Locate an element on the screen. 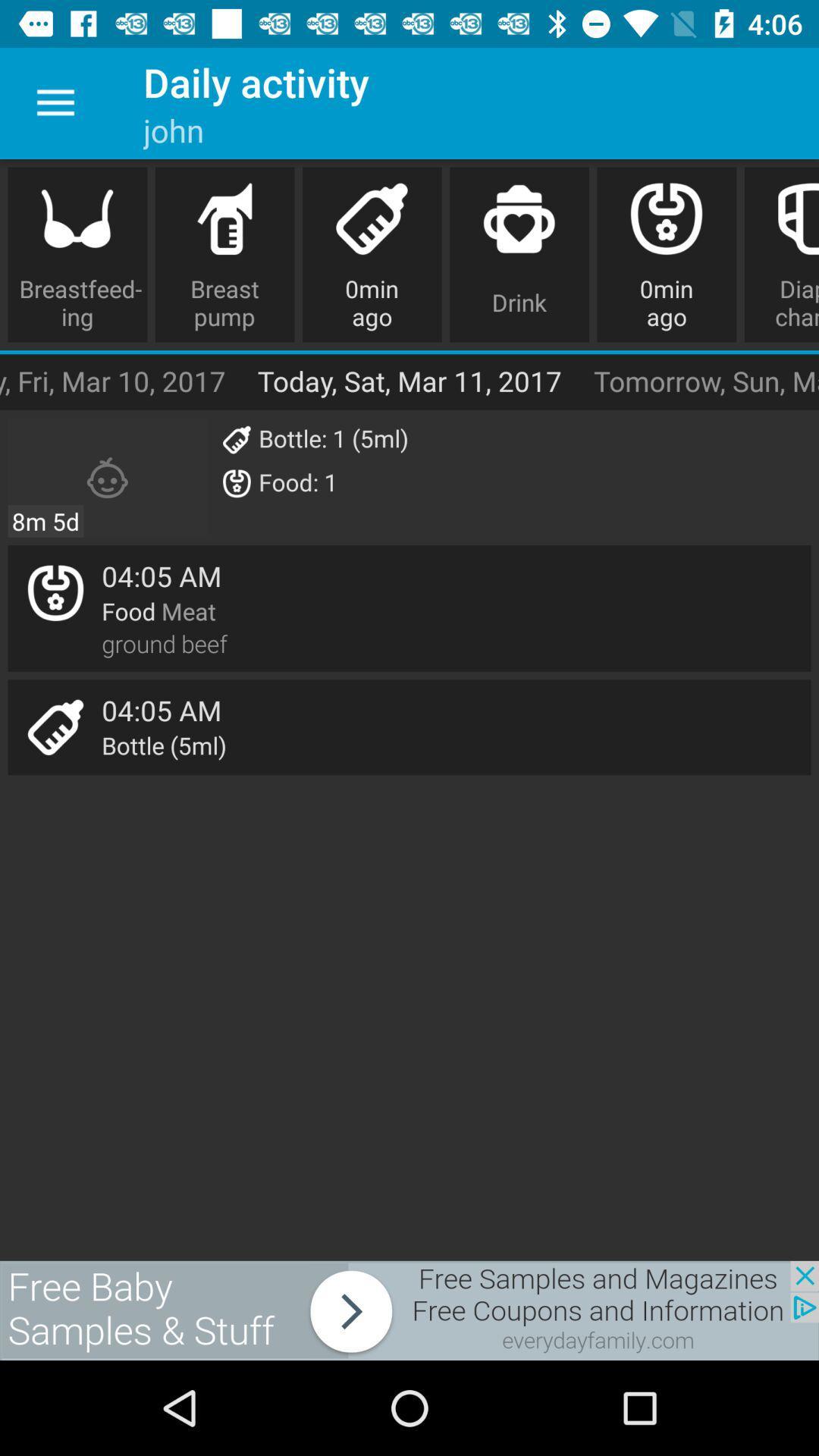 The width and height of the screenshot is (819, 1456). give advertisement information is located at coordinates (409, 1310).